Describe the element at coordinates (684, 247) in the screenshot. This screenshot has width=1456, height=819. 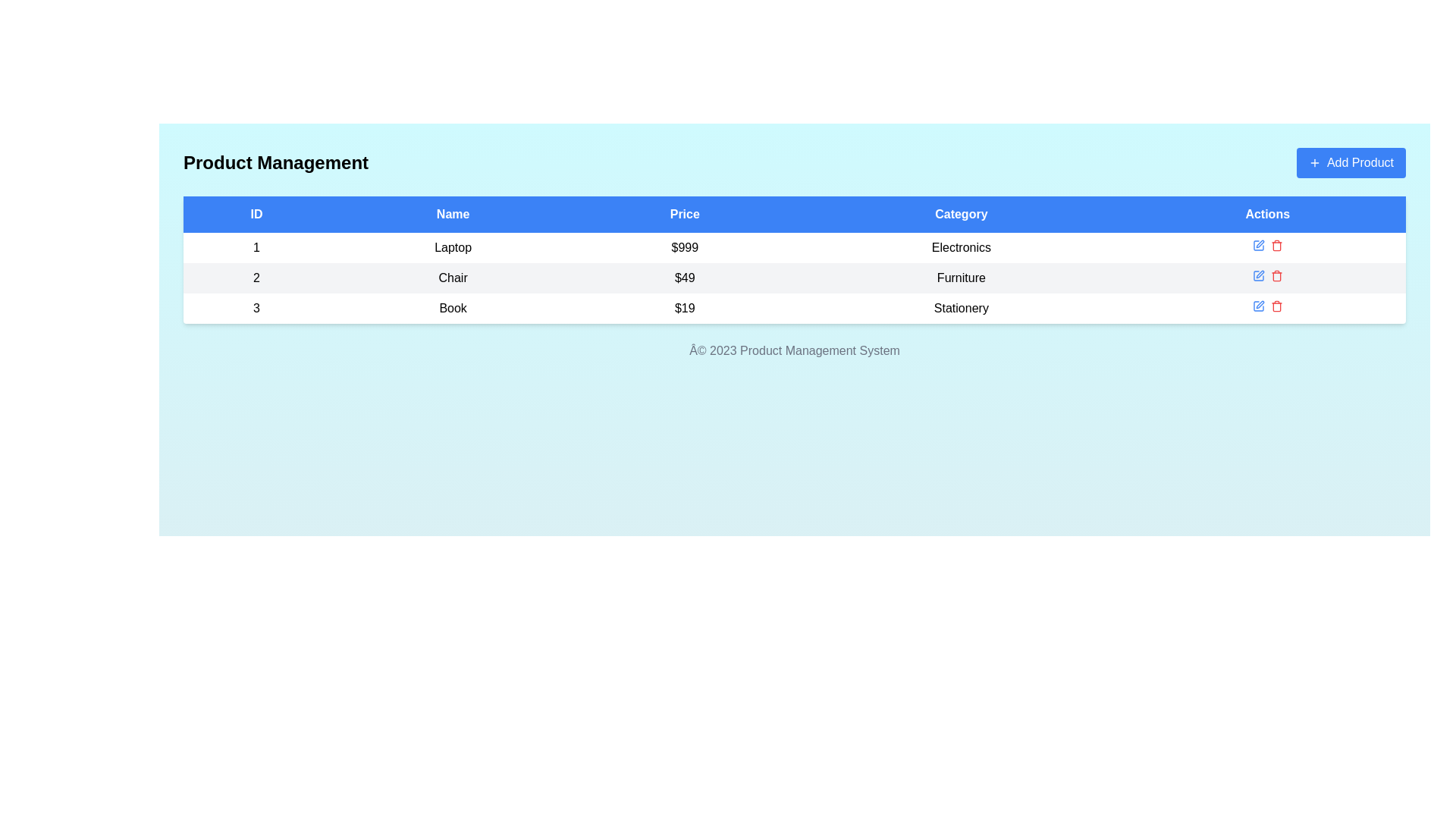
I see `the price display element for the product 'Laptop', which is positioned in the third column of the table layout, ensuring visibility and emphasis on the price` at that location.